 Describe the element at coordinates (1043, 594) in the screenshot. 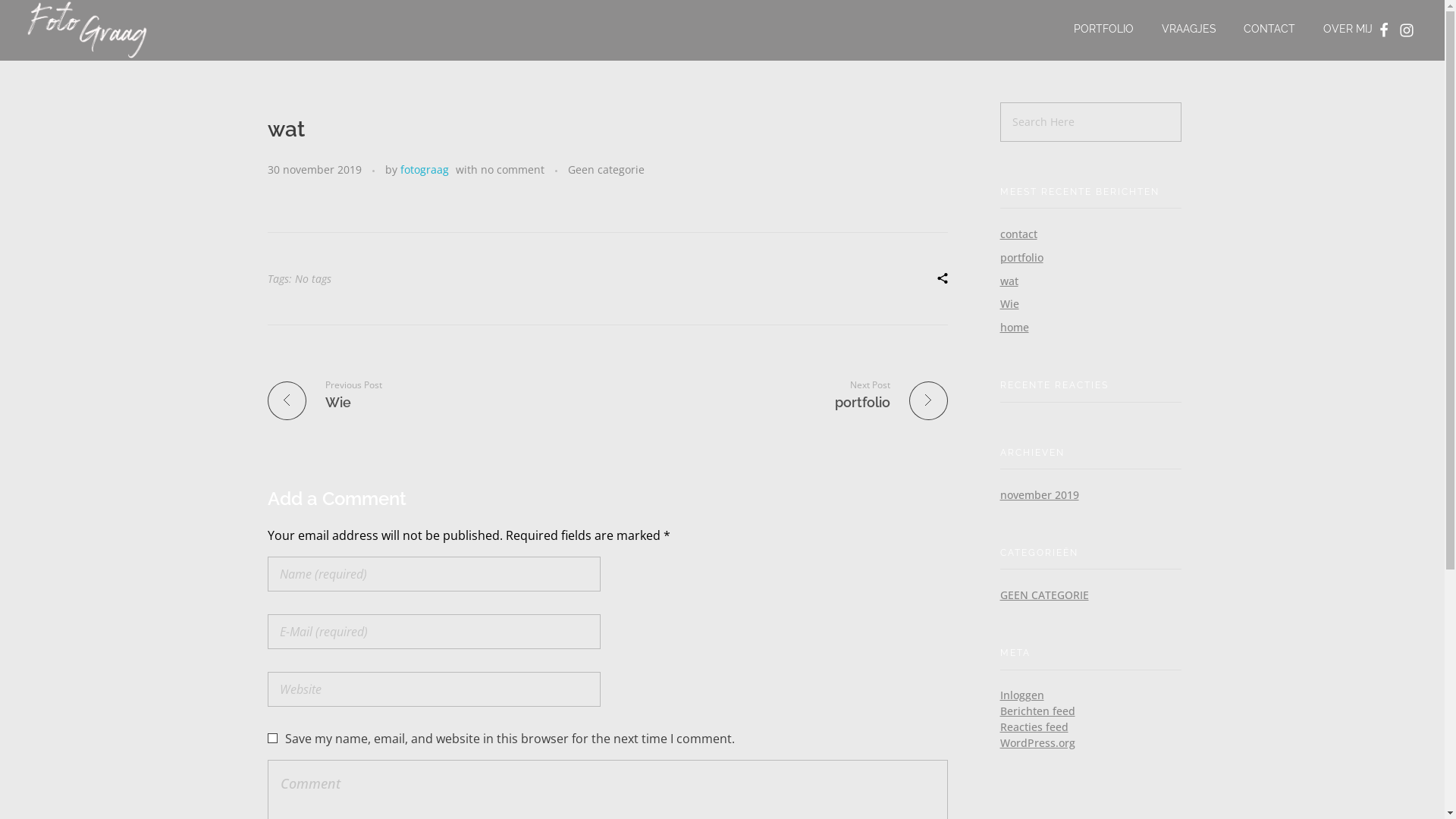

I see `'GEEN CATEGORIE'` at that location.